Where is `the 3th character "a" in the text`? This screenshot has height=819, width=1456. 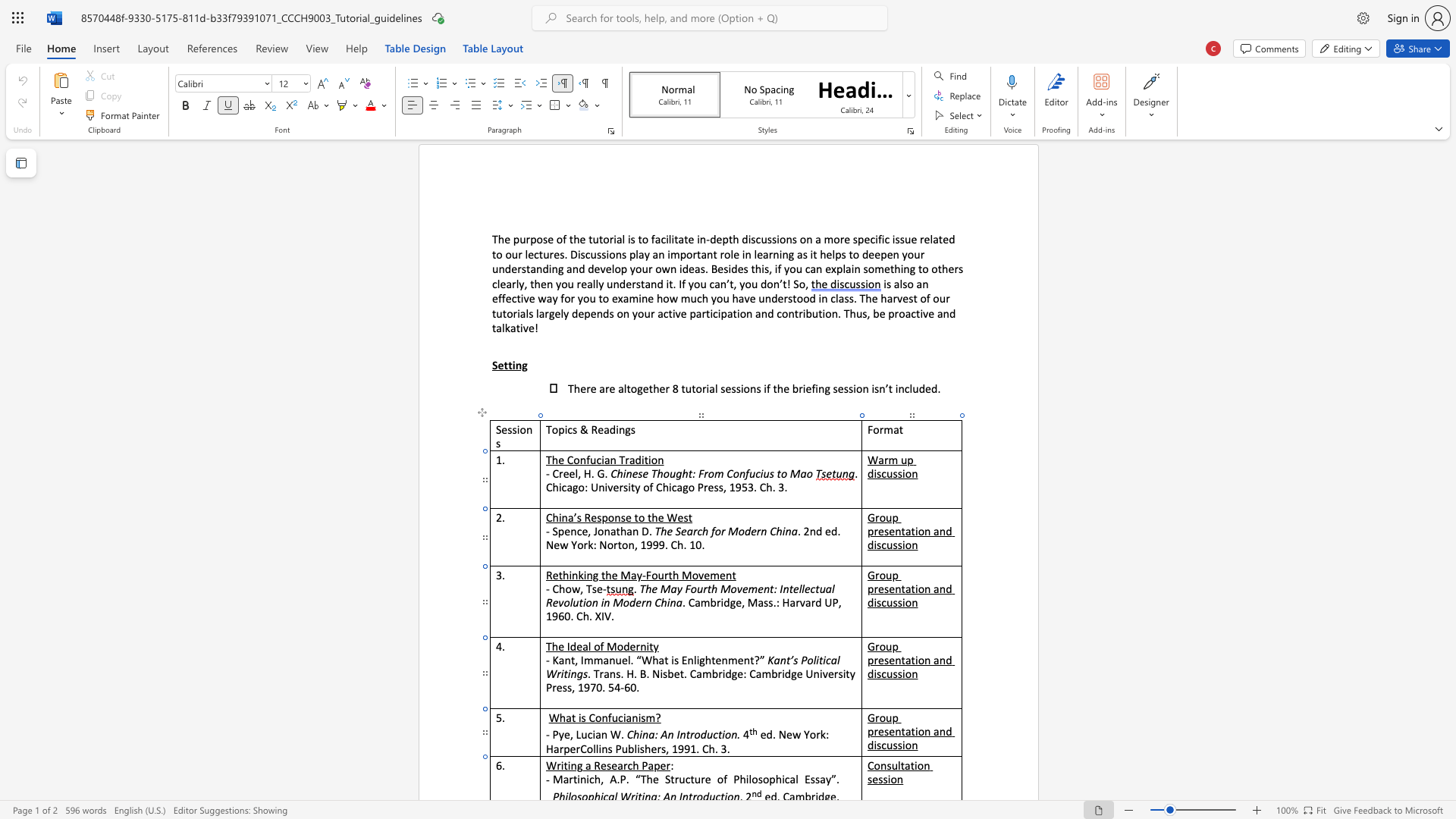 the 3th character "a" in the text is located at coordinates (651, 765).